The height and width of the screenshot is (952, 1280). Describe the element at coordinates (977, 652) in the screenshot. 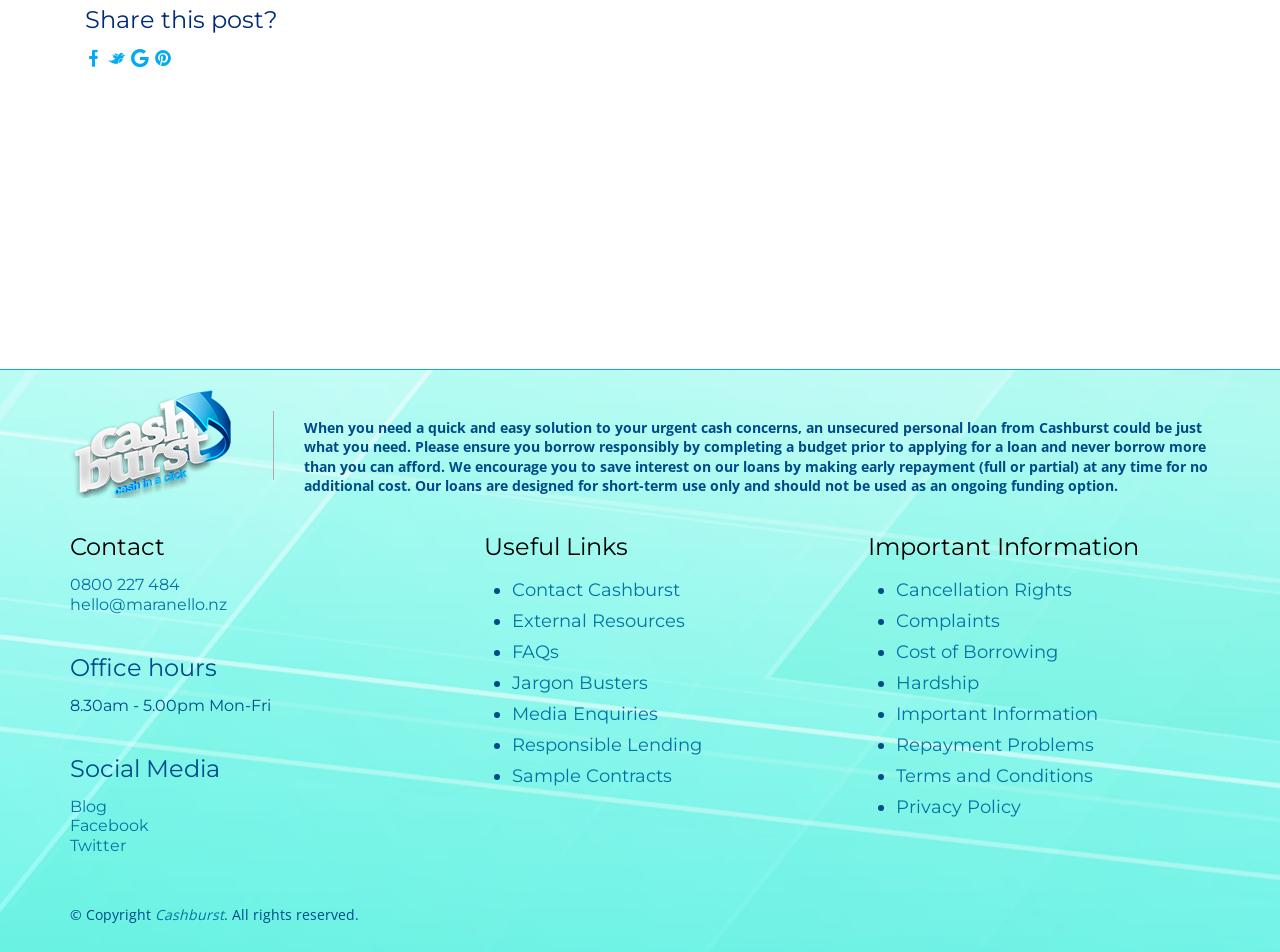

I see `'Cost of Borrowing'` at that location.